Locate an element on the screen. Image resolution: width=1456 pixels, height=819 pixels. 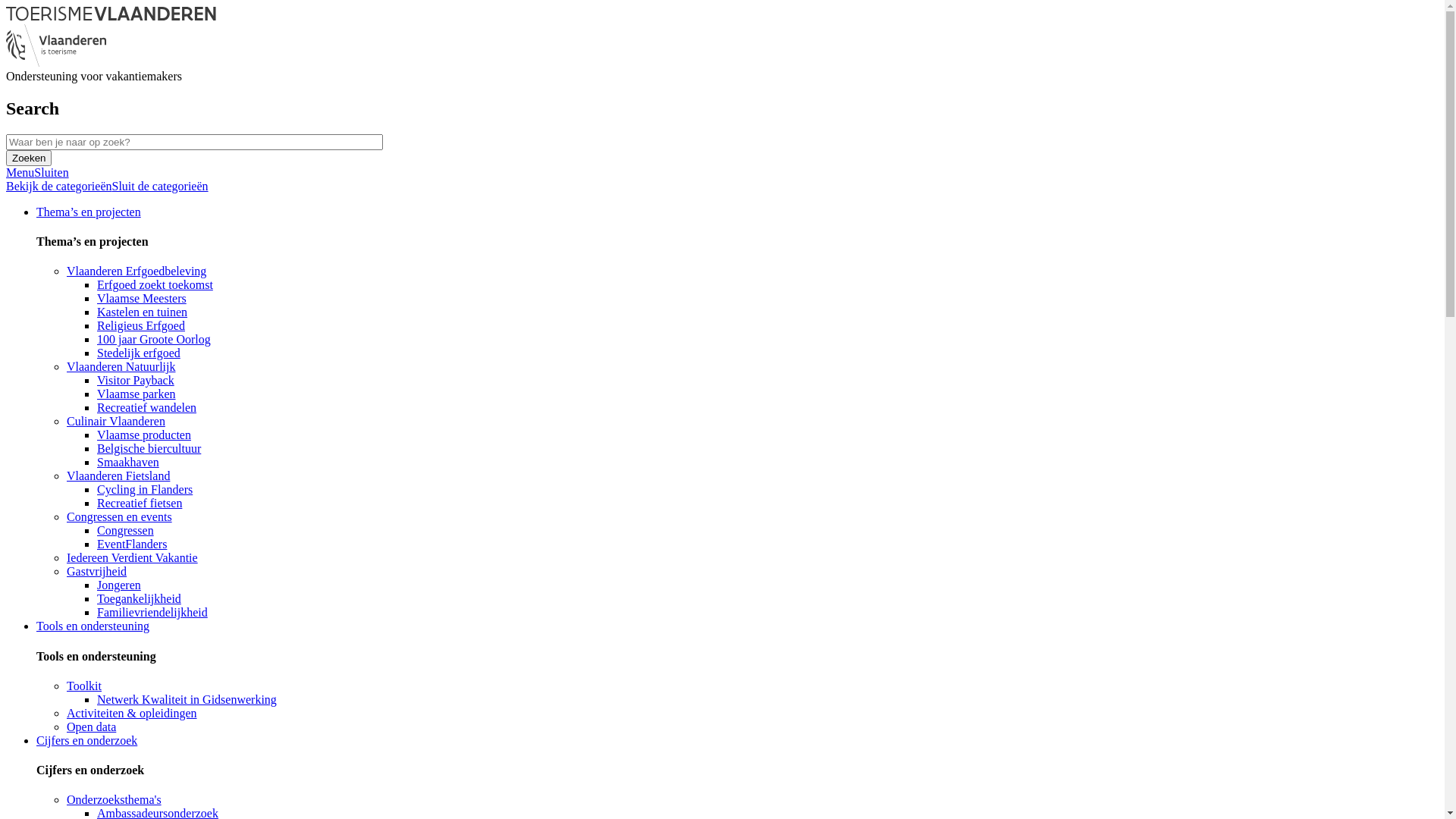
'Home' is located at coordinates (110, 17).